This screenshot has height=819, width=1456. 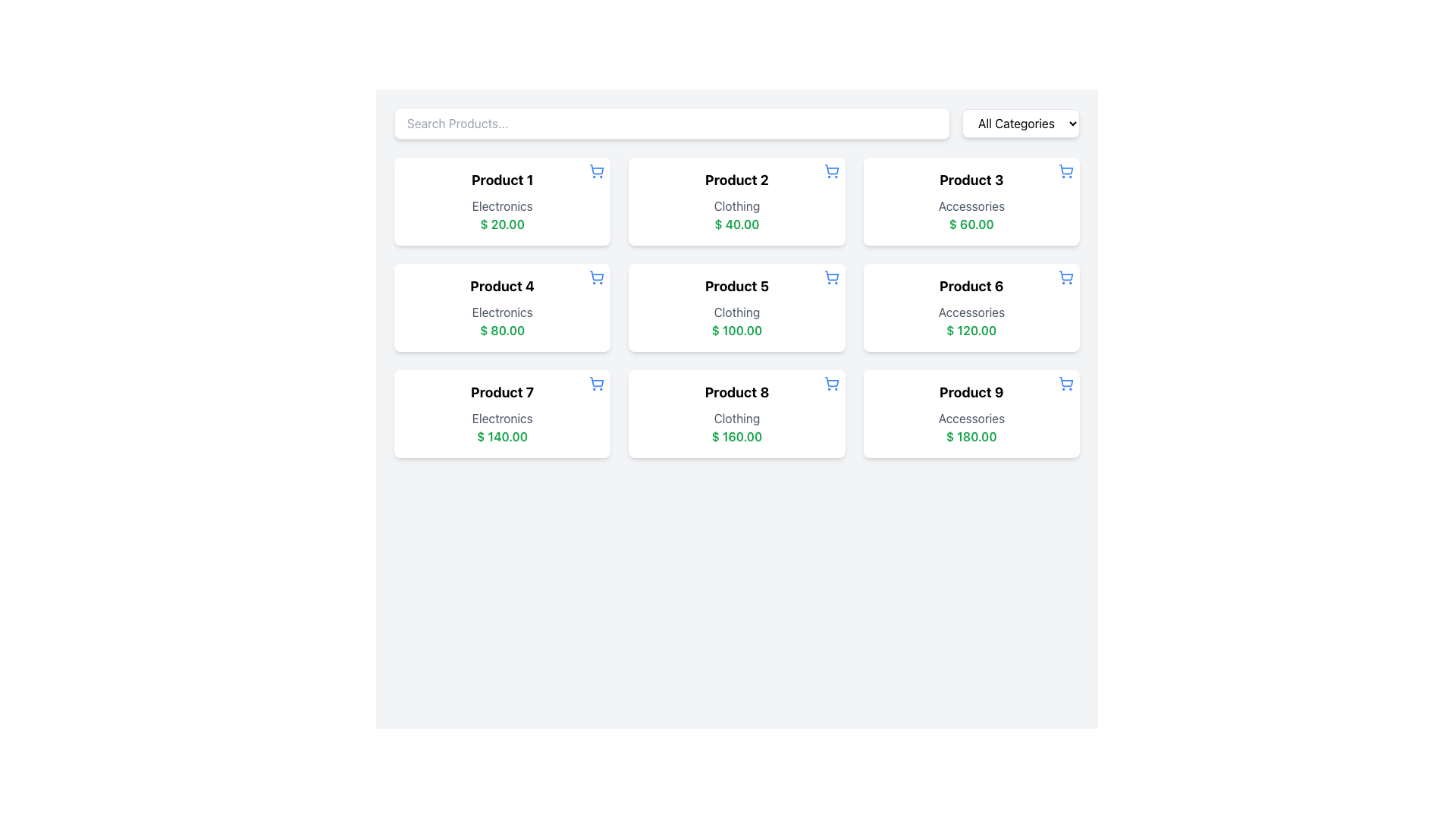 What do you see at coordinates (502, 391) in the screenshot?
I see `the bold text label displaying 'Product 7'` at bounding box center [502, 391].